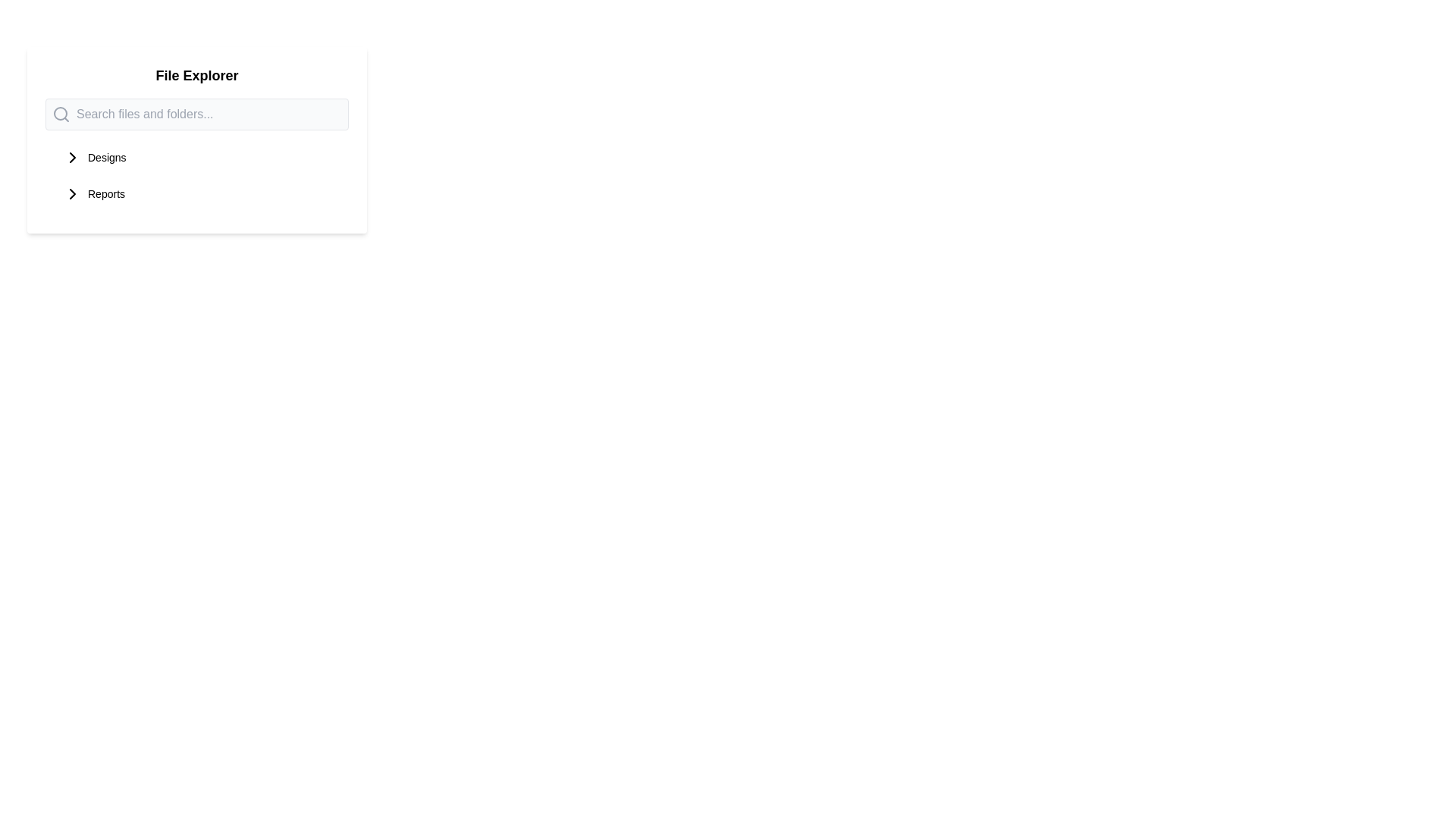  What do you see at coordinates (72, 193) in the screenshot?
I see `the rightward-chevron arrow icon associated with the 'Reports' label in the 'File Explorer' section` at bounding box center [72, 193].